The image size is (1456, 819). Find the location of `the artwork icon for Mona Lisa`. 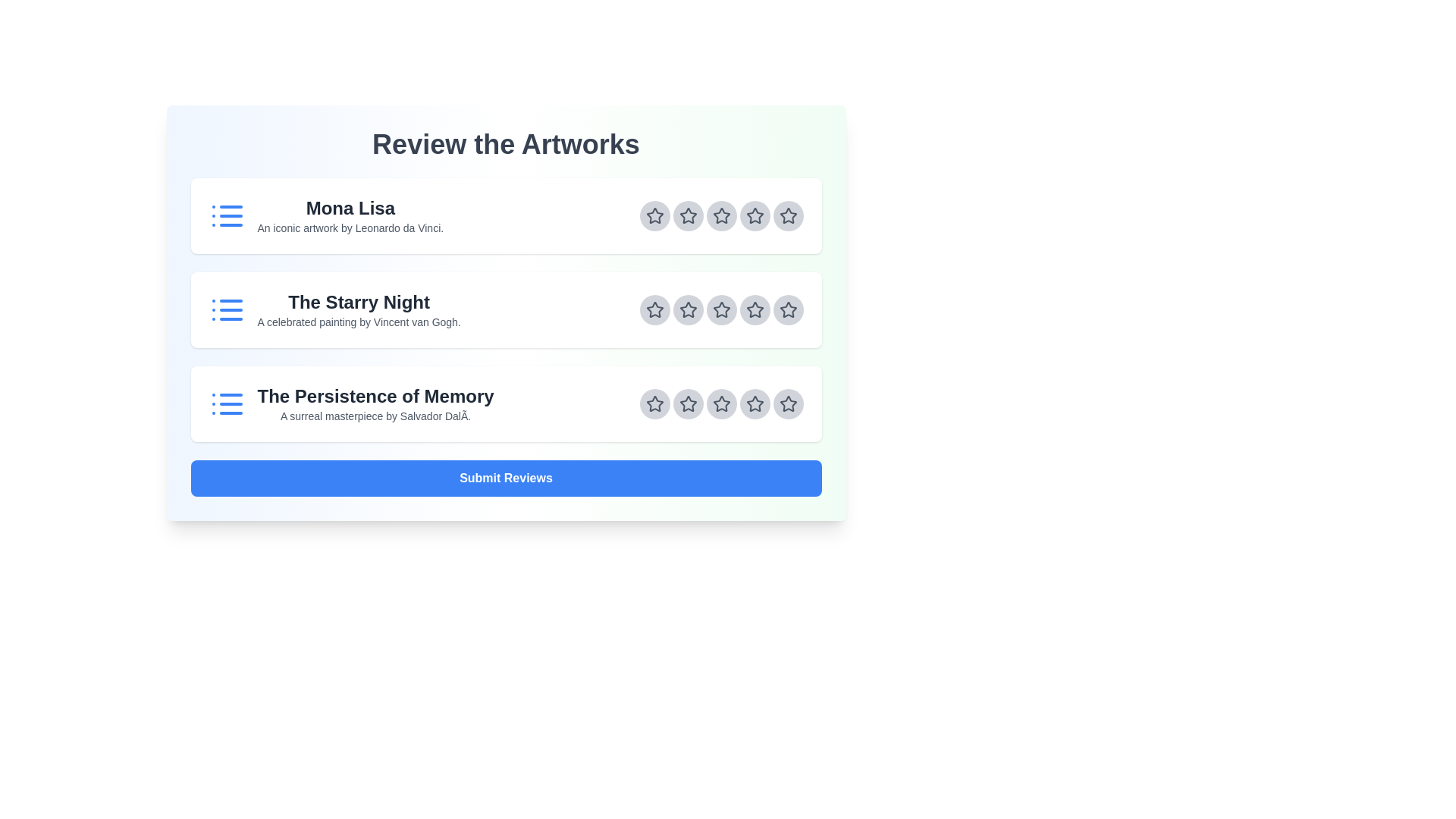

the artwork icon for Mona Lisa is located at coordinates (226, 216).